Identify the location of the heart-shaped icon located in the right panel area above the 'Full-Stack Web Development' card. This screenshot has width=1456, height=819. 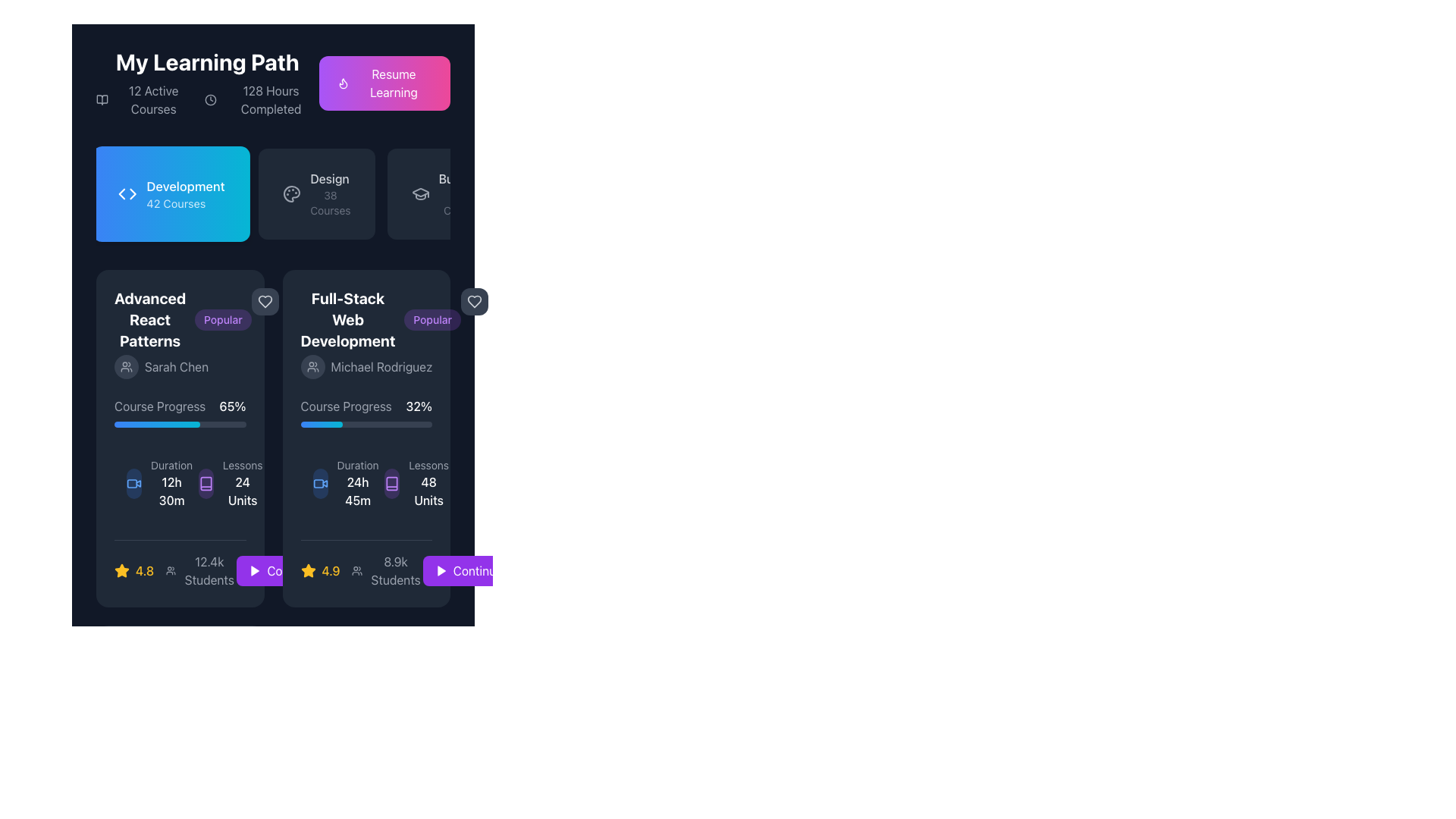
(473, 301).